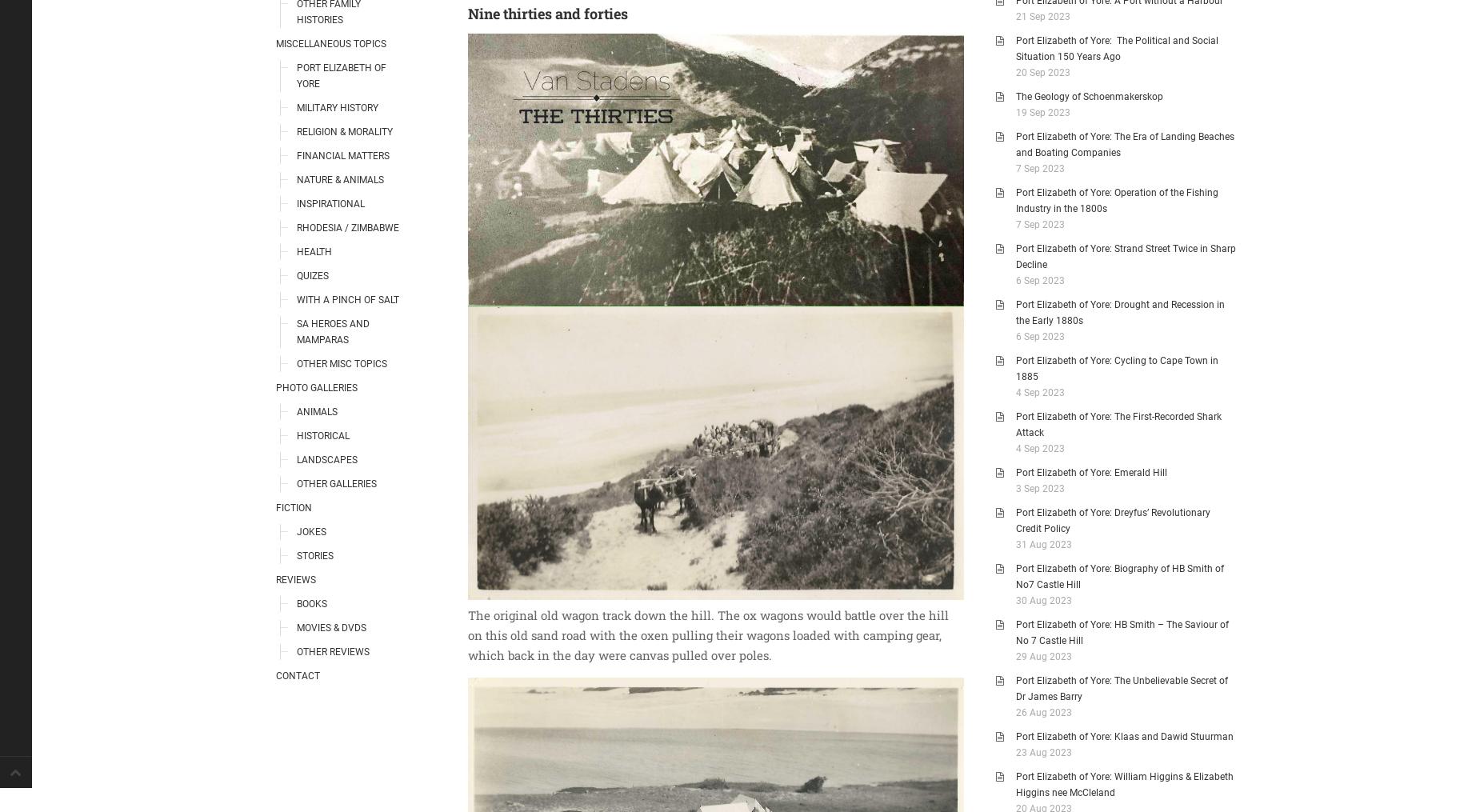  What do you see at coordinates (295, 106) in the screenshot?
I see `'Military History'` at bounding box center [295, 106].